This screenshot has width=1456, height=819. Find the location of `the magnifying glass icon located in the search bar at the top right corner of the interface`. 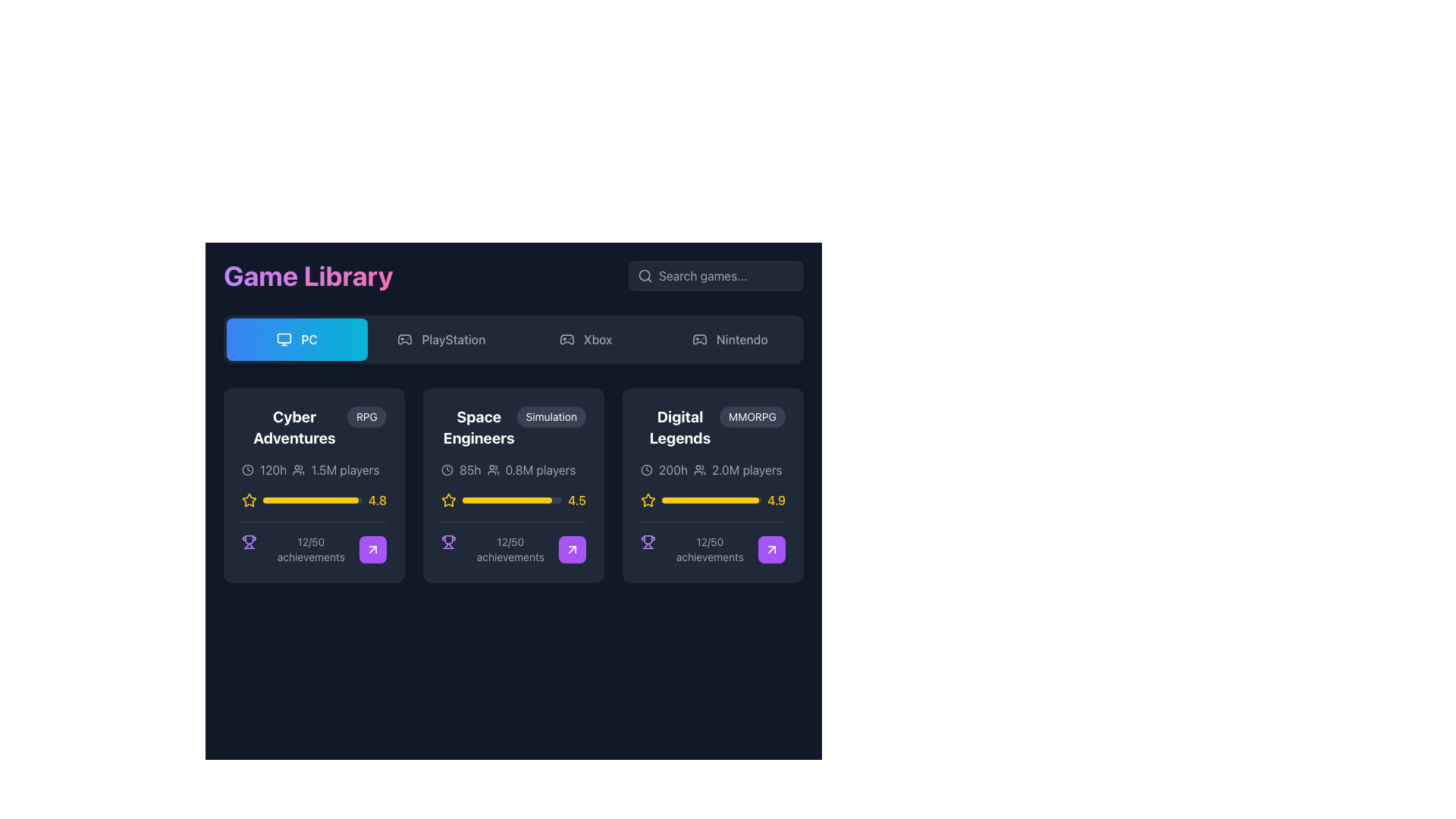

the magnifying glass icon located in the search bar at the top right corner of the interface is located at coordinates (645, 275).